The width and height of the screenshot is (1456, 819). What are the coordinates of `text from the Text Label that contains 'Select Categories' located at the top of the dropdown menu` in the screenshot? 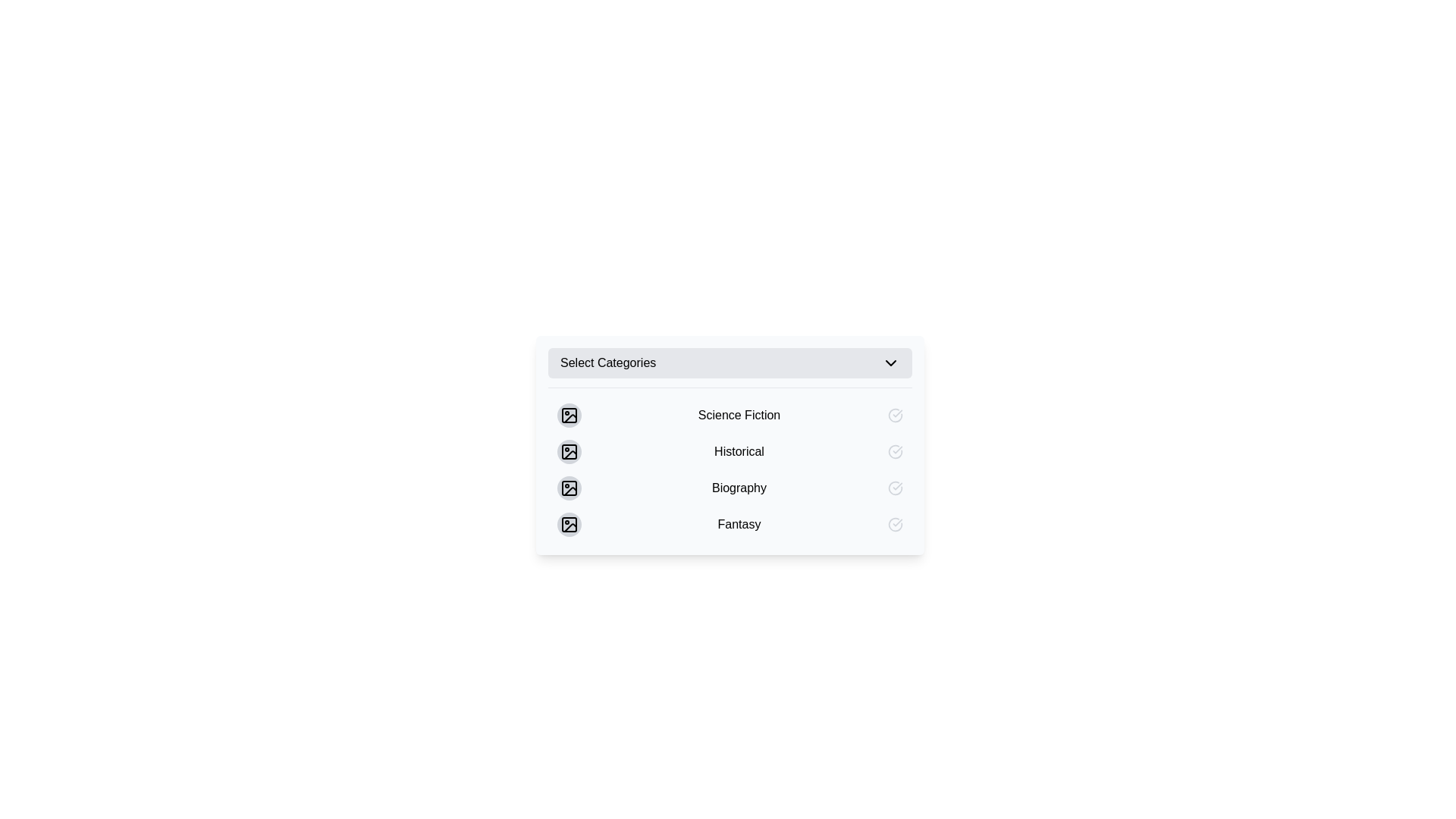 It's located at (608, 362).